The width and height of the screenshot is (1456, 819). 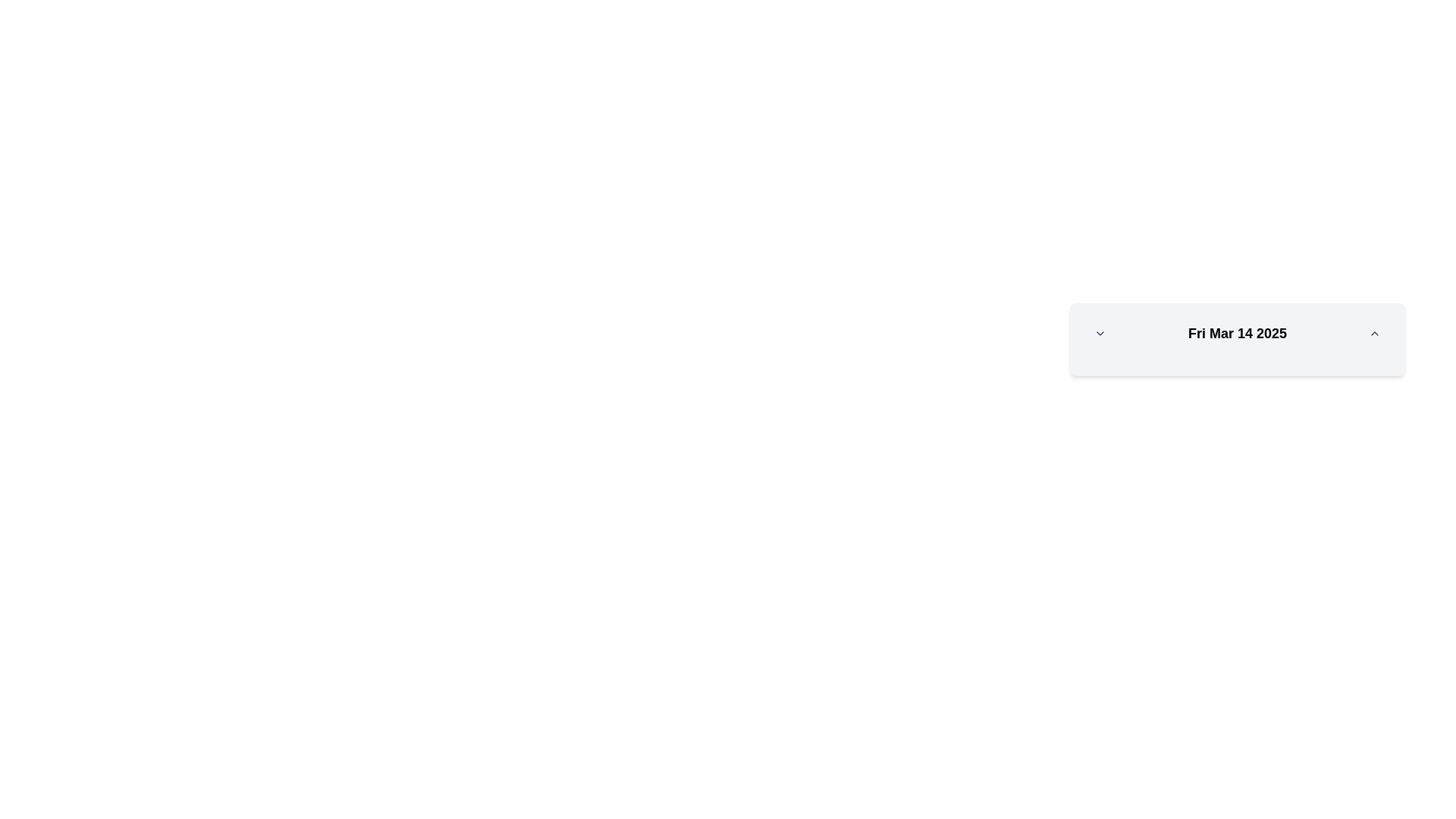 What do you see at coordinates (1238, 332) in the screenshot?
I see `the interactive date display with navigation controls that shows 'Fri Mar 14 2025', which includes dropdown icons on either side` at bounding box center [1238, 332].